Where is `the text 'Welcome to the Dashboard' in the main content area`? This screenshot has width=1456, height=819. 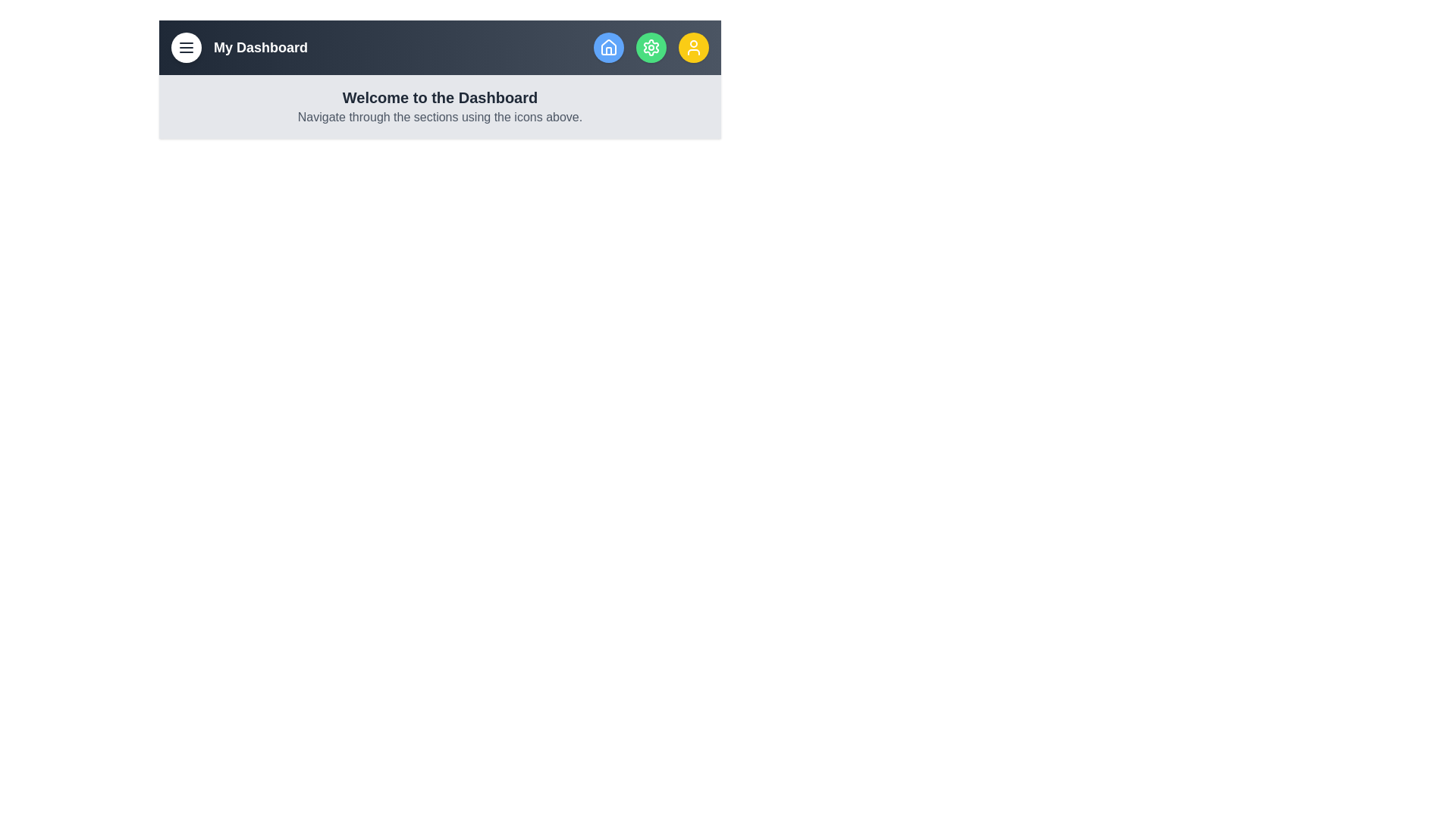
the text 'Welcome to the Dashboard' in the main content area is located at coordinates (439, 97).